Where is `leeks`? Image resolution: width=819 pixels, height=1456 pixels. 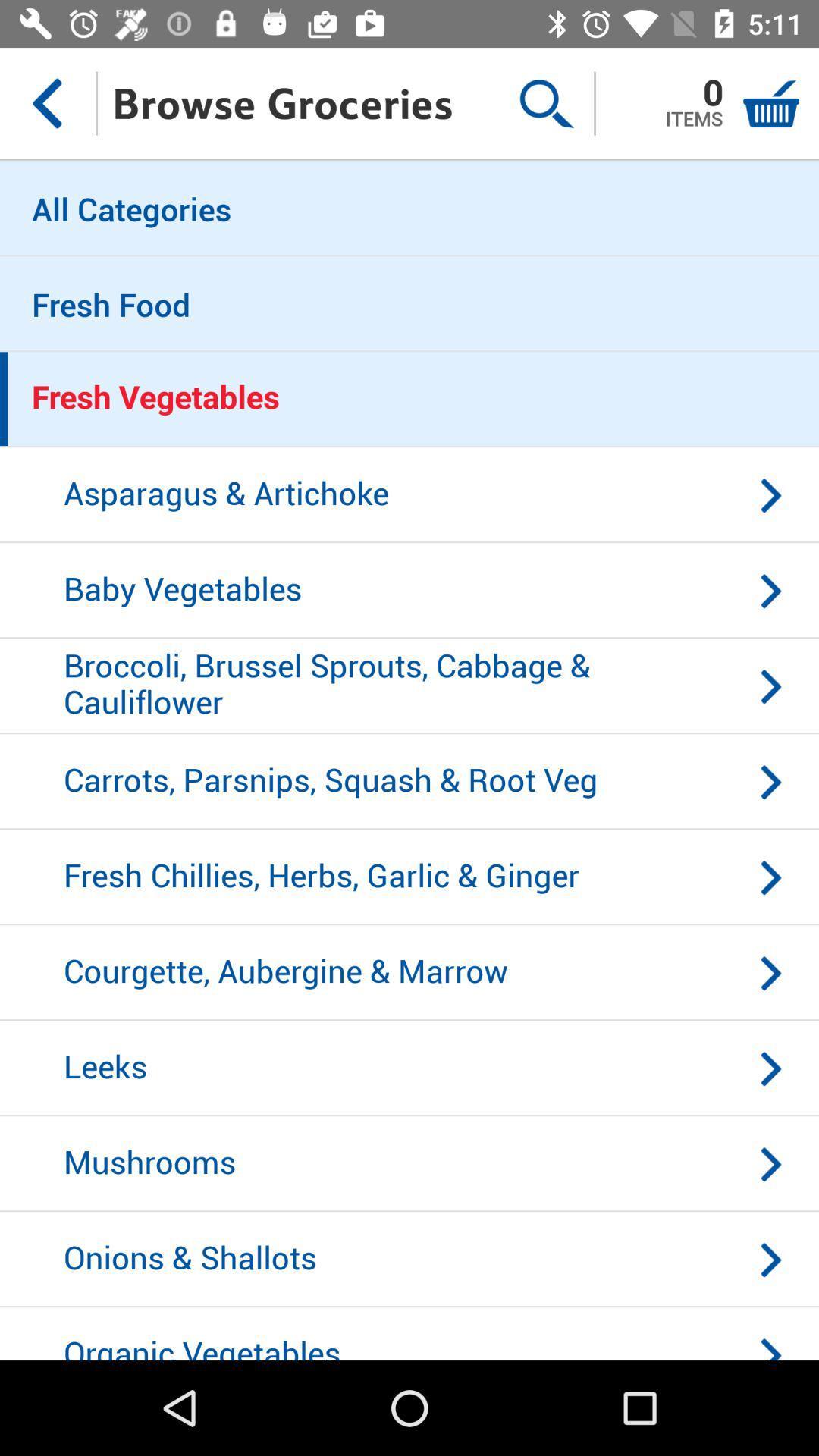 leeks is located at coordinates (409, 1068).